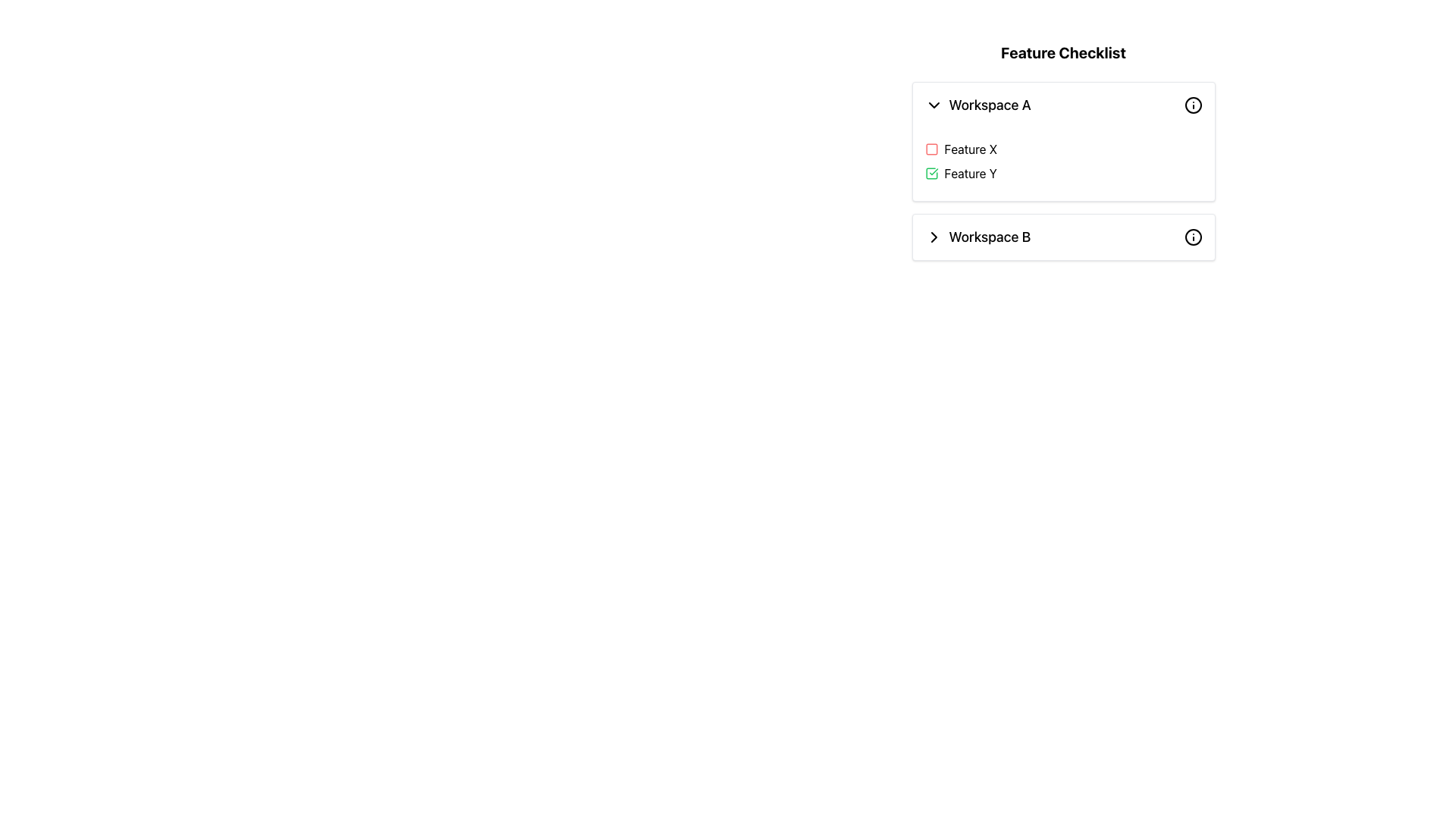 The width and height of the screenshot is (1456, 819). I want to click on the SVG circle element that serves as a visual indicator for 'Workspace A', so click(1192, 237).